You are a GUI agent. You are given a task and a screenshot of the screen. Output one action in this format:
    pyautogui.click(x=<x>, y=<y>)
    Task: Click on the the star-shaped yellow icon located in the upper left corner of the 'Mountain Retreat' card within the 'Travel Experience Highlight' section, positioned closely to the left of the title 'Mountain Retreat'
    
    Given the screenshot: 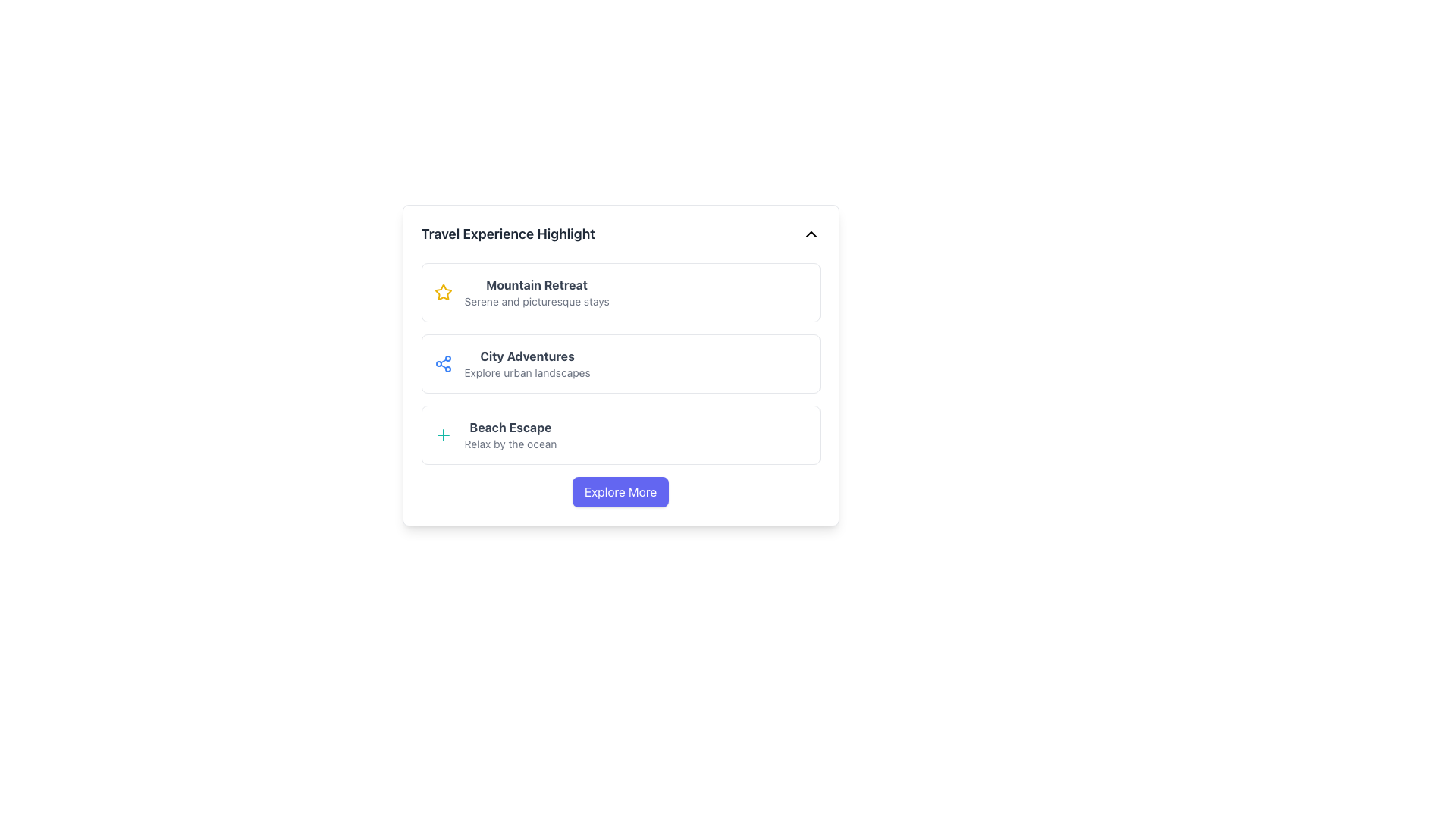 What is the action you would take?
    pyautogui.click(x=442, y=292)
    